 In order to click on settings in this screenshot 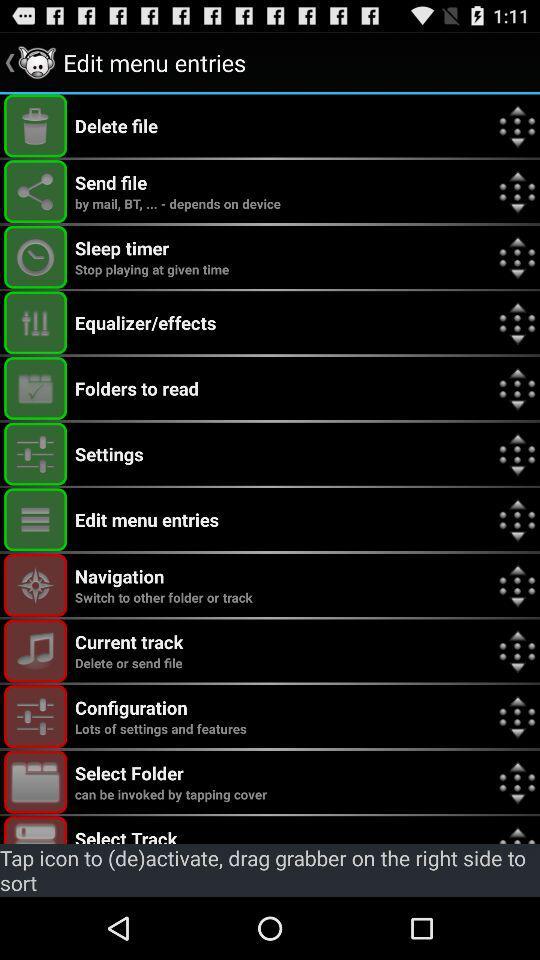, I will do `click(35, 716)`.